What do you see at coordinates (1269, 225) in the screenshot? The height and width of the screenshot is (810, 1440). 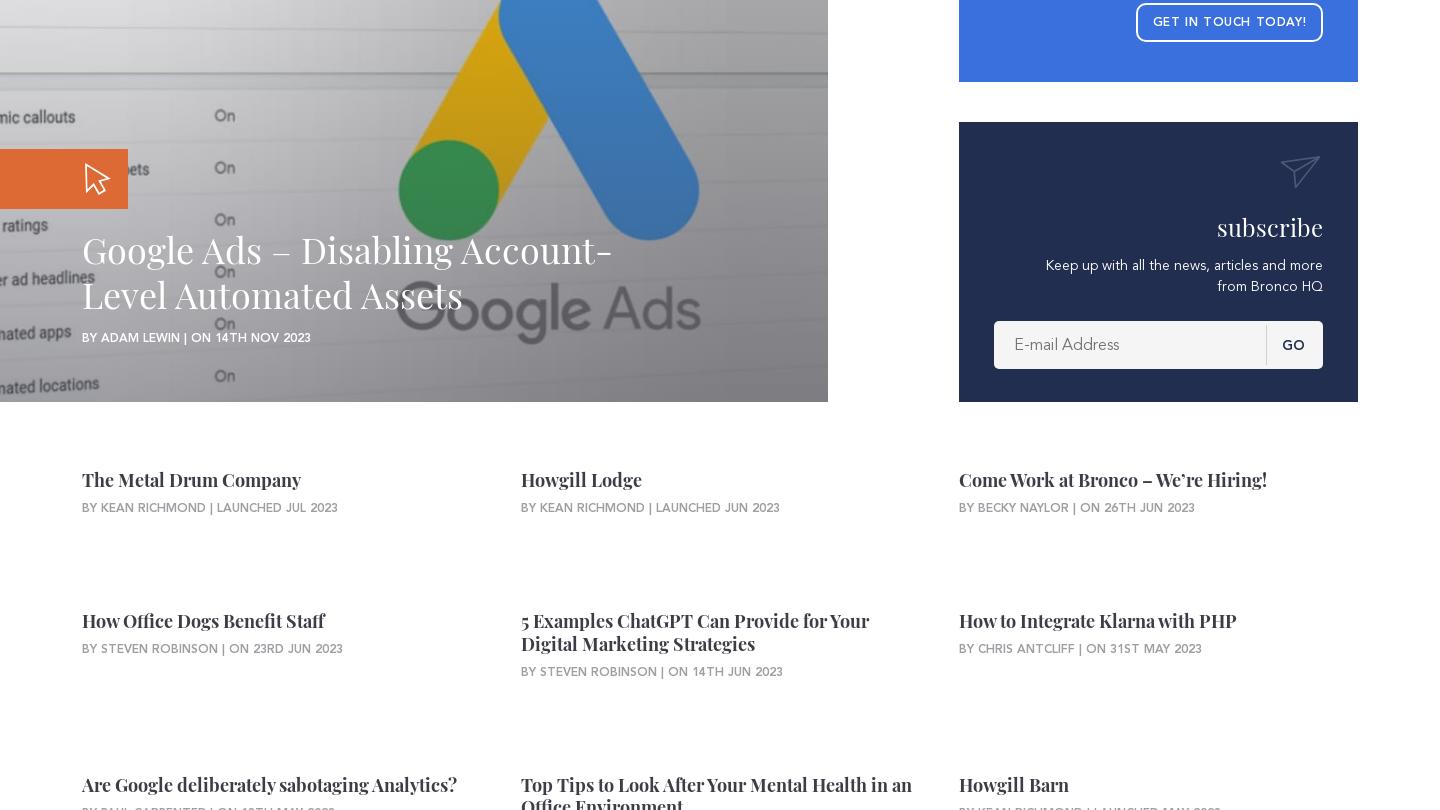 I see `'Subscribe'` at bounding box center [1269, 225].